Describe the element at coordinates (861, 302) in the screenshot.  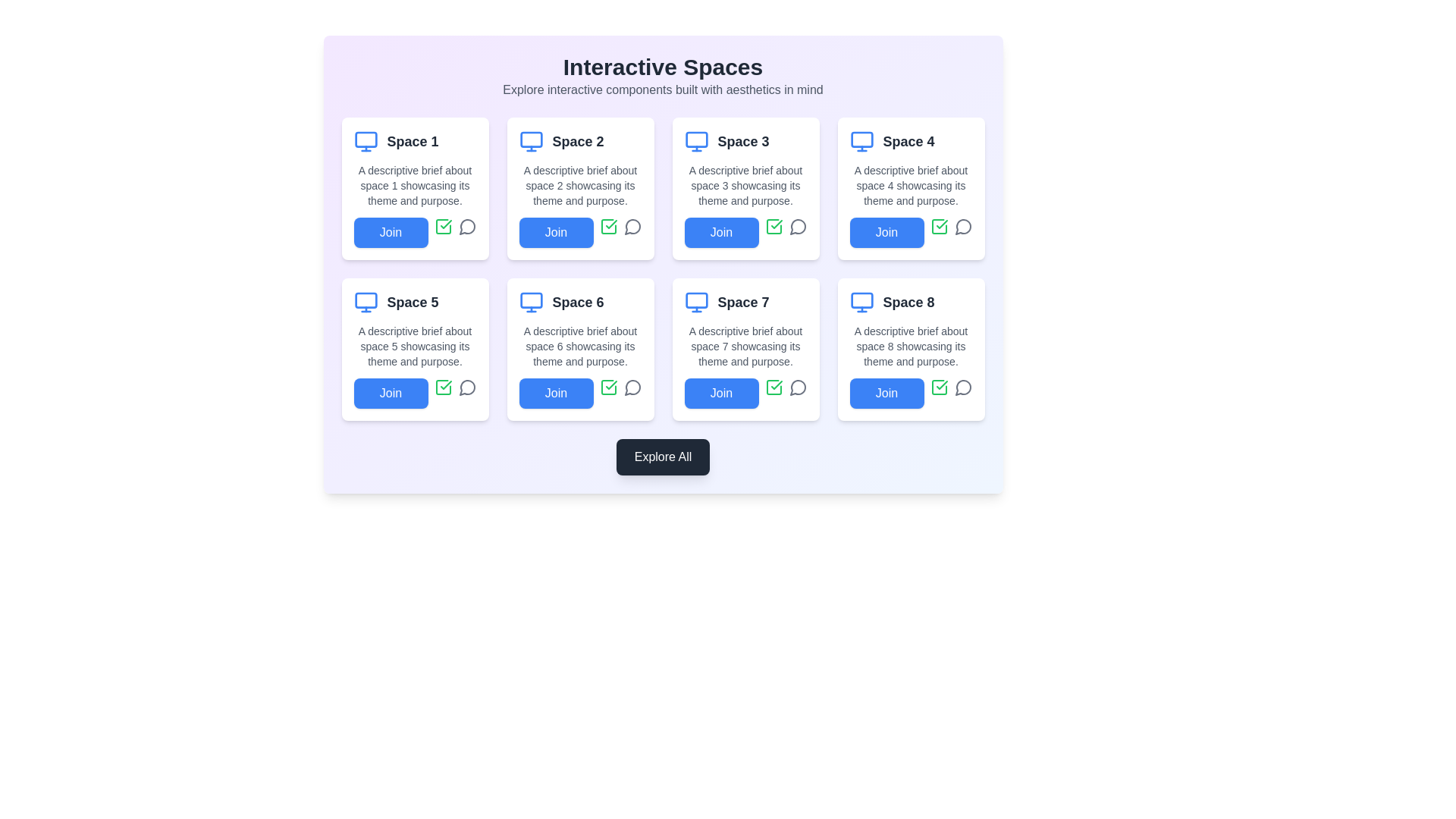
I see `the icon representing the concept of 'Space' located in the top-left region of the 'Space 8' card, next to the title` at that location.